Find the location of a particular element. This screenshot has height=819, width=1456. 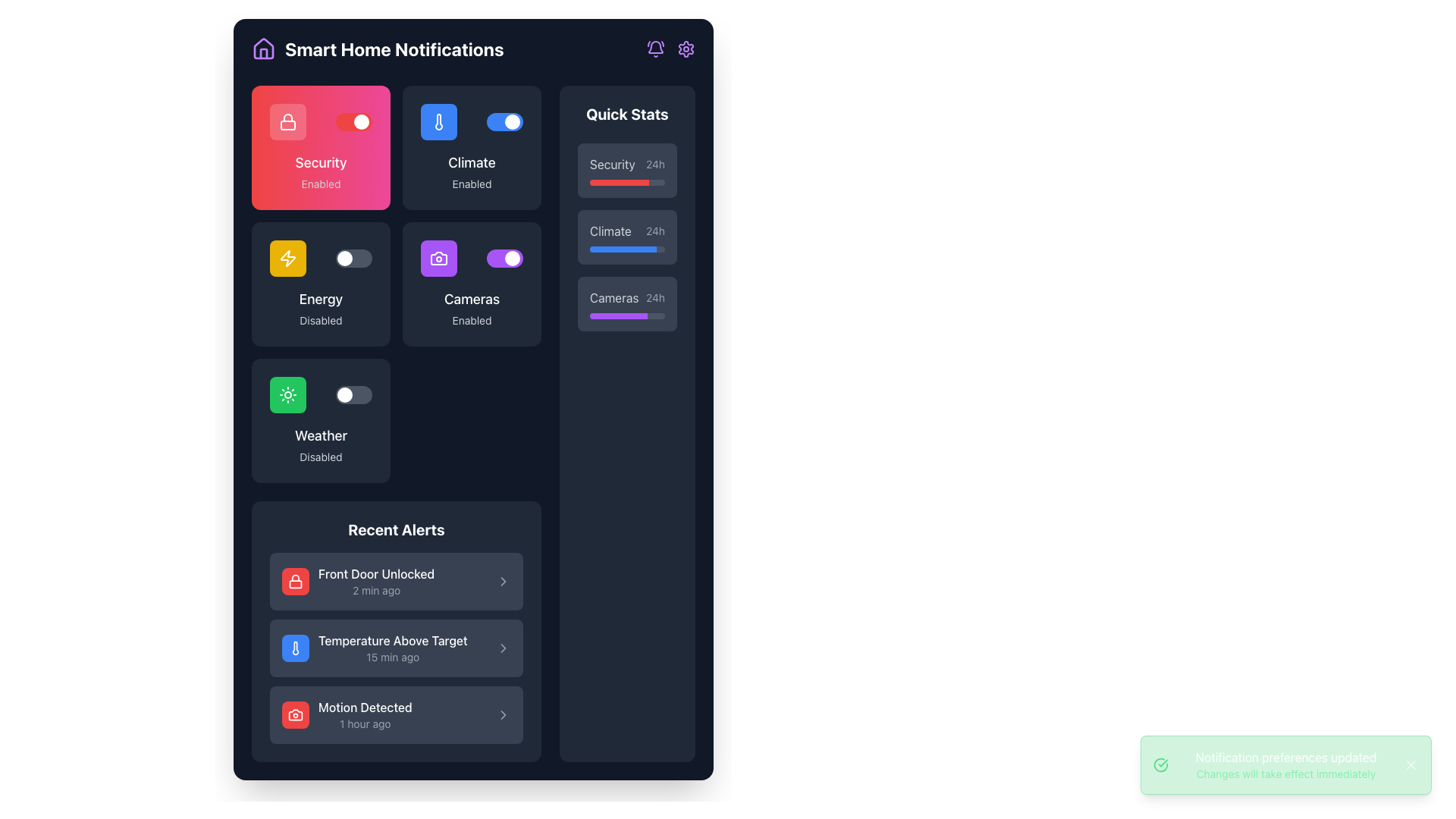

security activity level is located at coordinates (588, 181).